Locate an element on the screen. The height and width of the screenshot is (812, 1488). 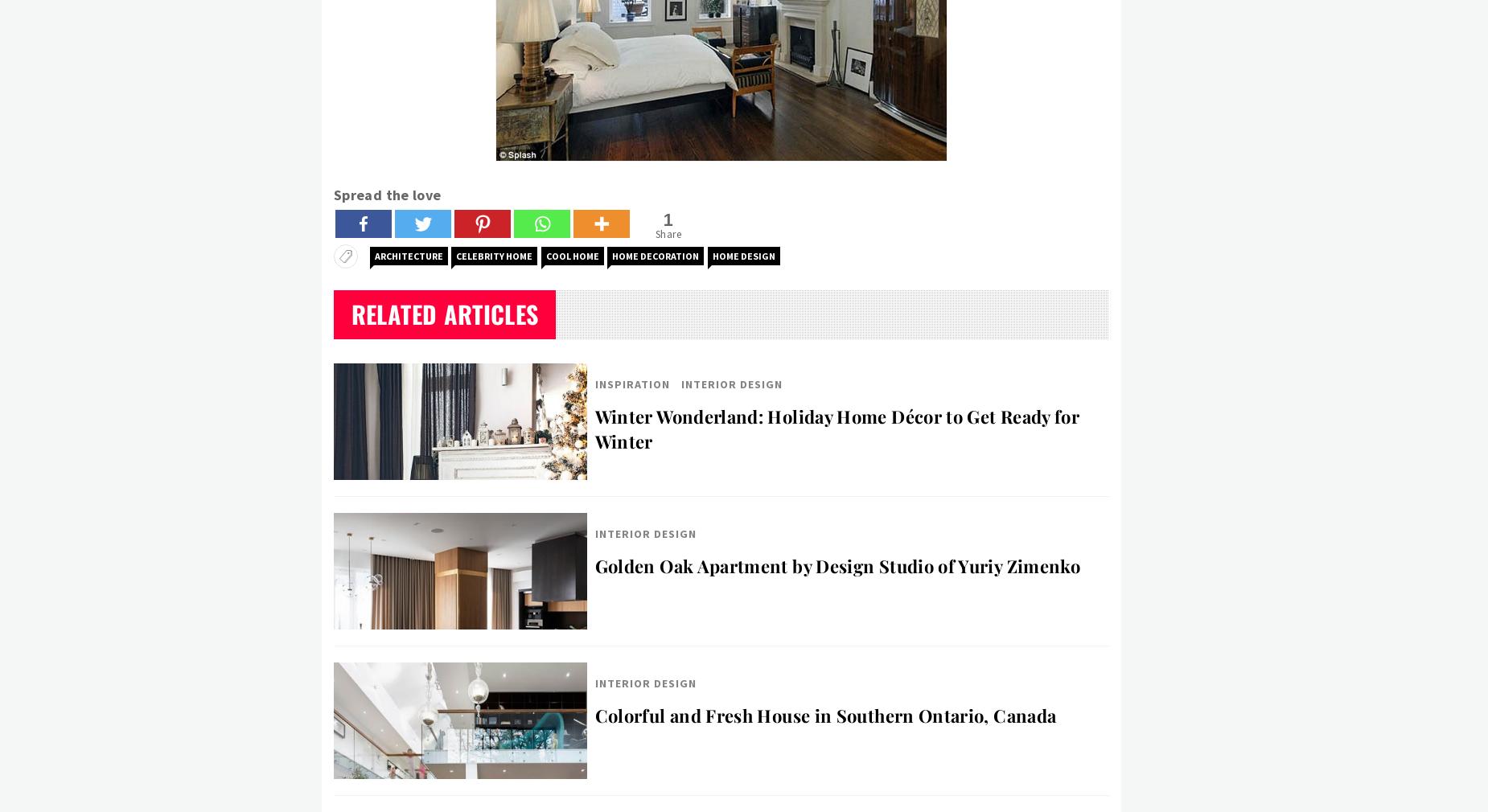
'Colorful and Fresh House in Southern Ontario, Canada' is located at coordinates (824, 715).